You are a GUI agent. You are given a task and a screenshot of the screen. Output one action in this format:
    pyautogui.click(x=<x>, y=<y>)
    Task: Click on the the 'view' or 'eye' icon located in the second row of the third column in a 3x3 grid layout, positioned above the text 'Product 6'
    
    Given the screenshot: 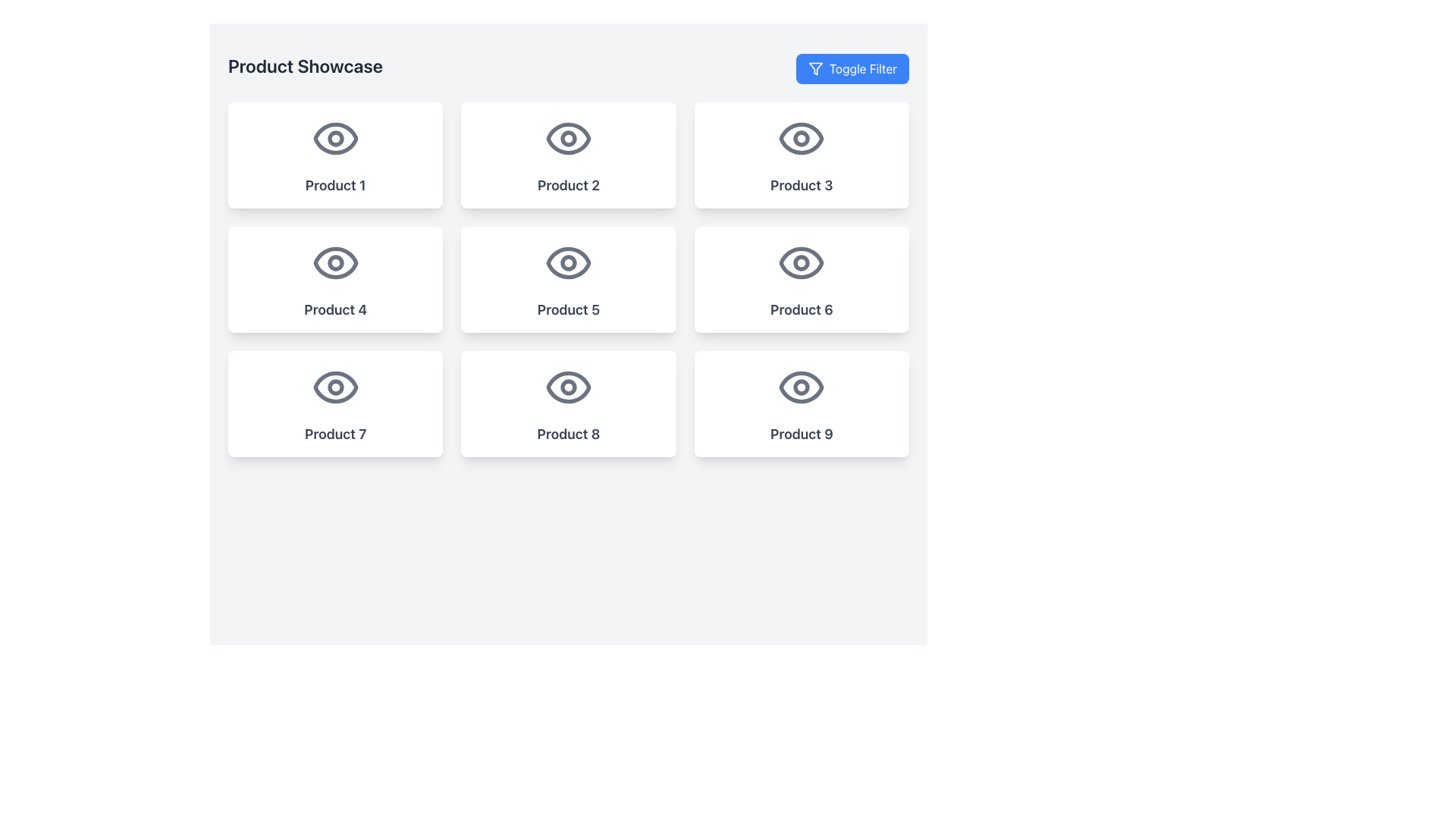 What is the action you would take?
    pyautogui.click(x=801, y=262)
    